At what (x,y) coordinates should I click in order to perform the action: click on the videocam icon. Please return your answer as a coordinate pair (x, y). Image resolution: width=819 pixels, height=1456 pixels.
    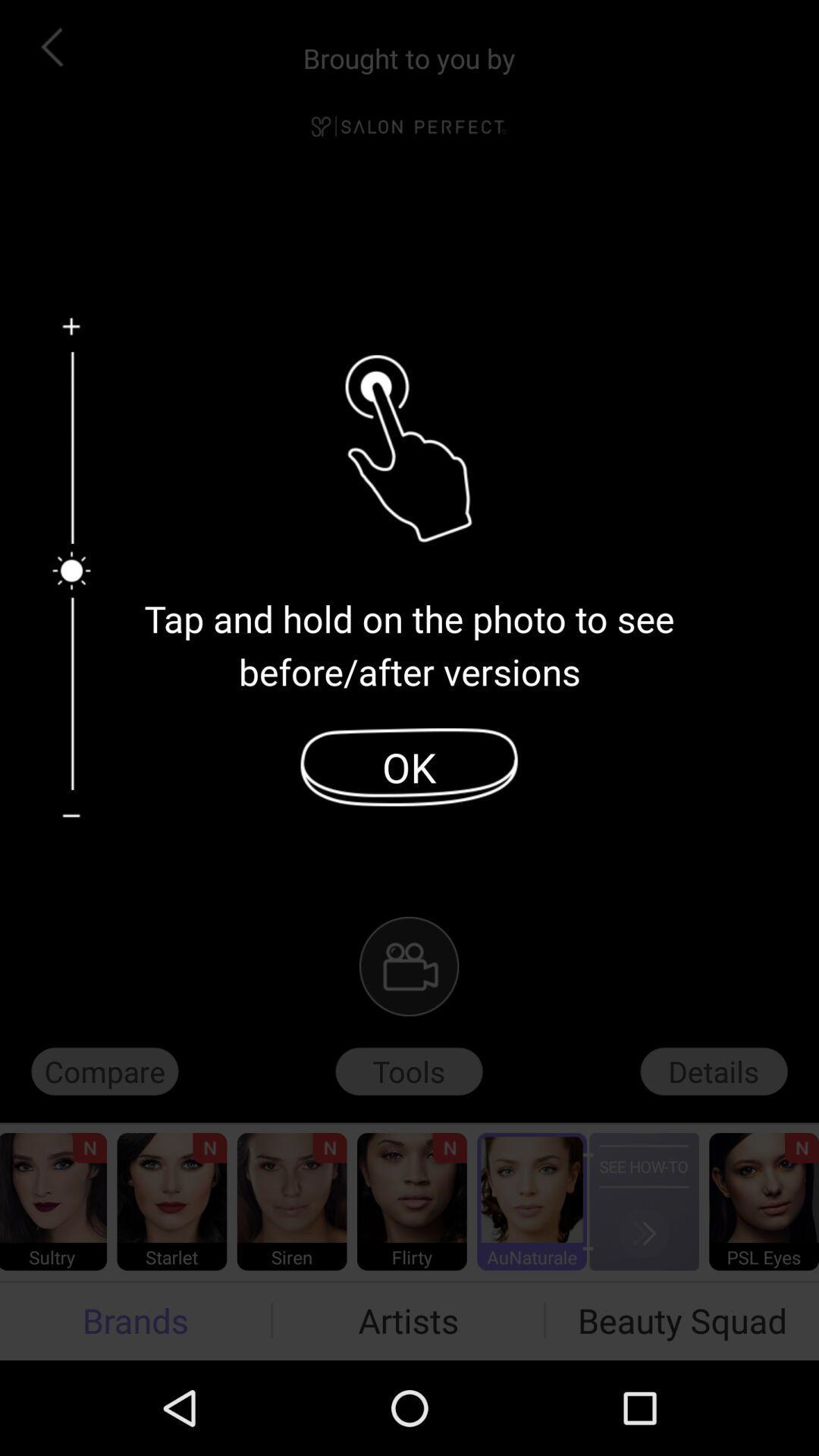
    Looking at the image, I should click on (408, 1034).